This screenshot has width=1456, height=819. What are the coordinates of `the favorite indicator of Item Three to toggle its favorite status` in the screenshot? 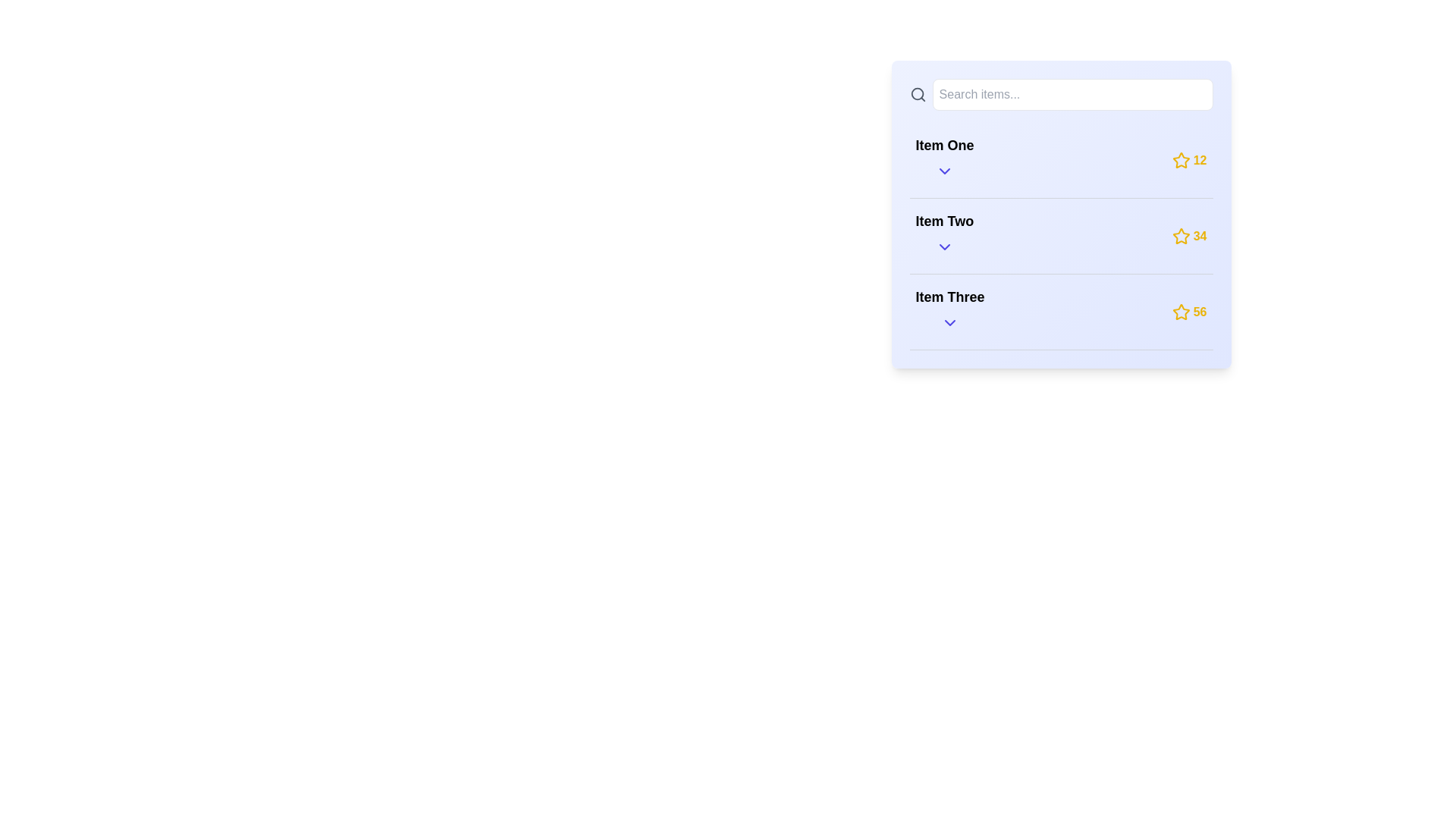 It's located at (1180, 311).